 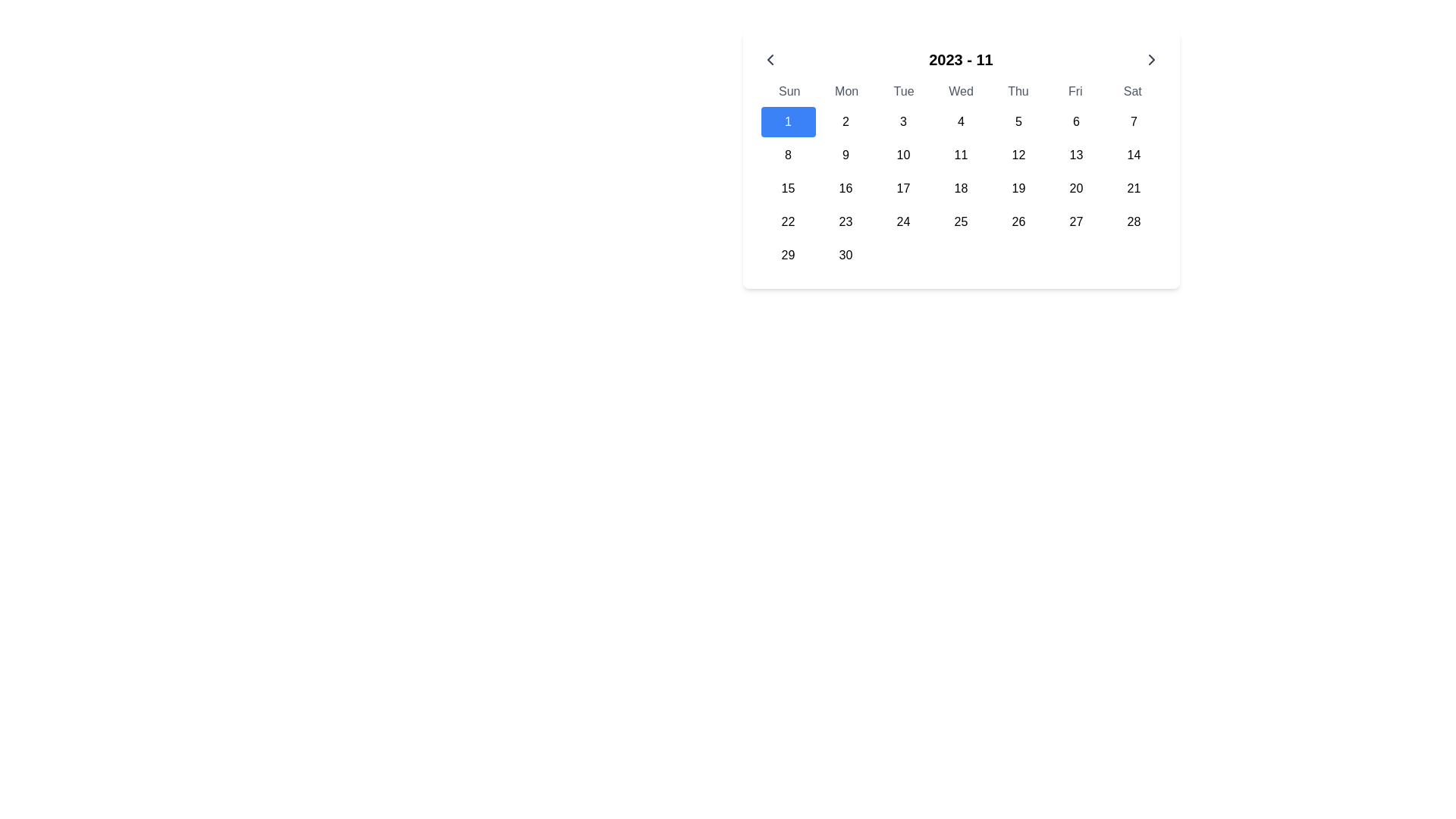 What do you see at coordinates (903, 188) in the screenshot?
I see `the button representing the 17th day of the month in the calendar interface` at bounding box center [903, 188].